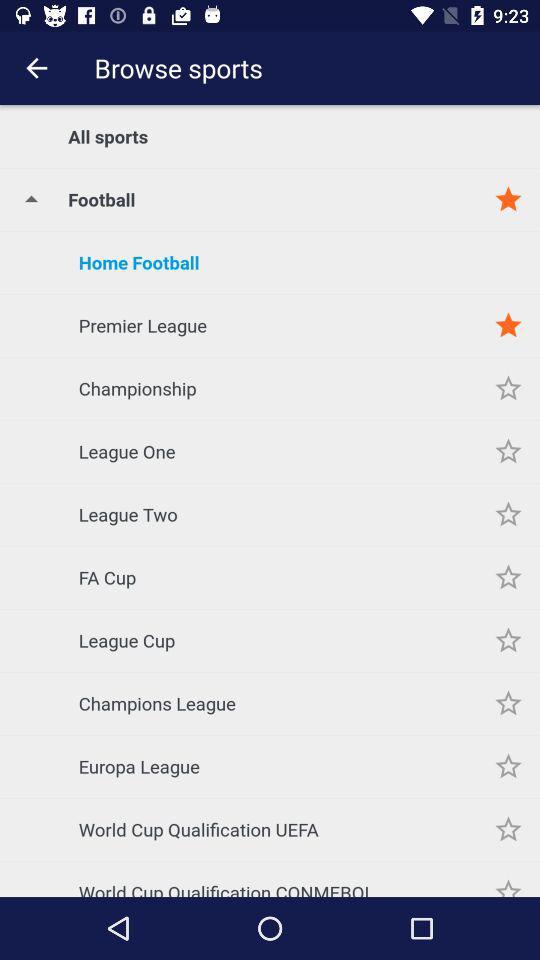 The image size is (540, 960). I want to click on for news articles to show in feed, so click(508, 451).